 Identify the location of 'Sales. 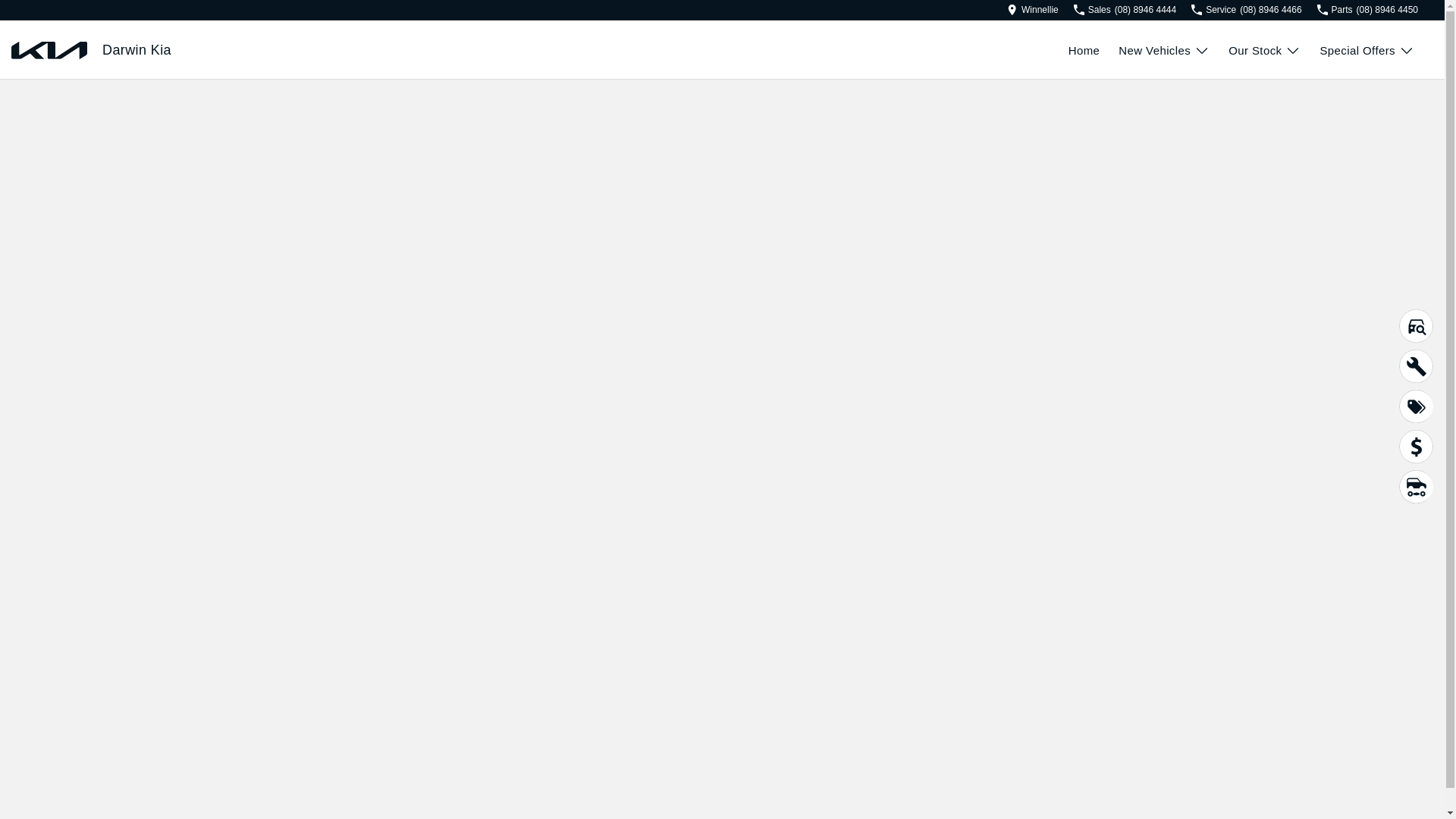
(1073, 9).